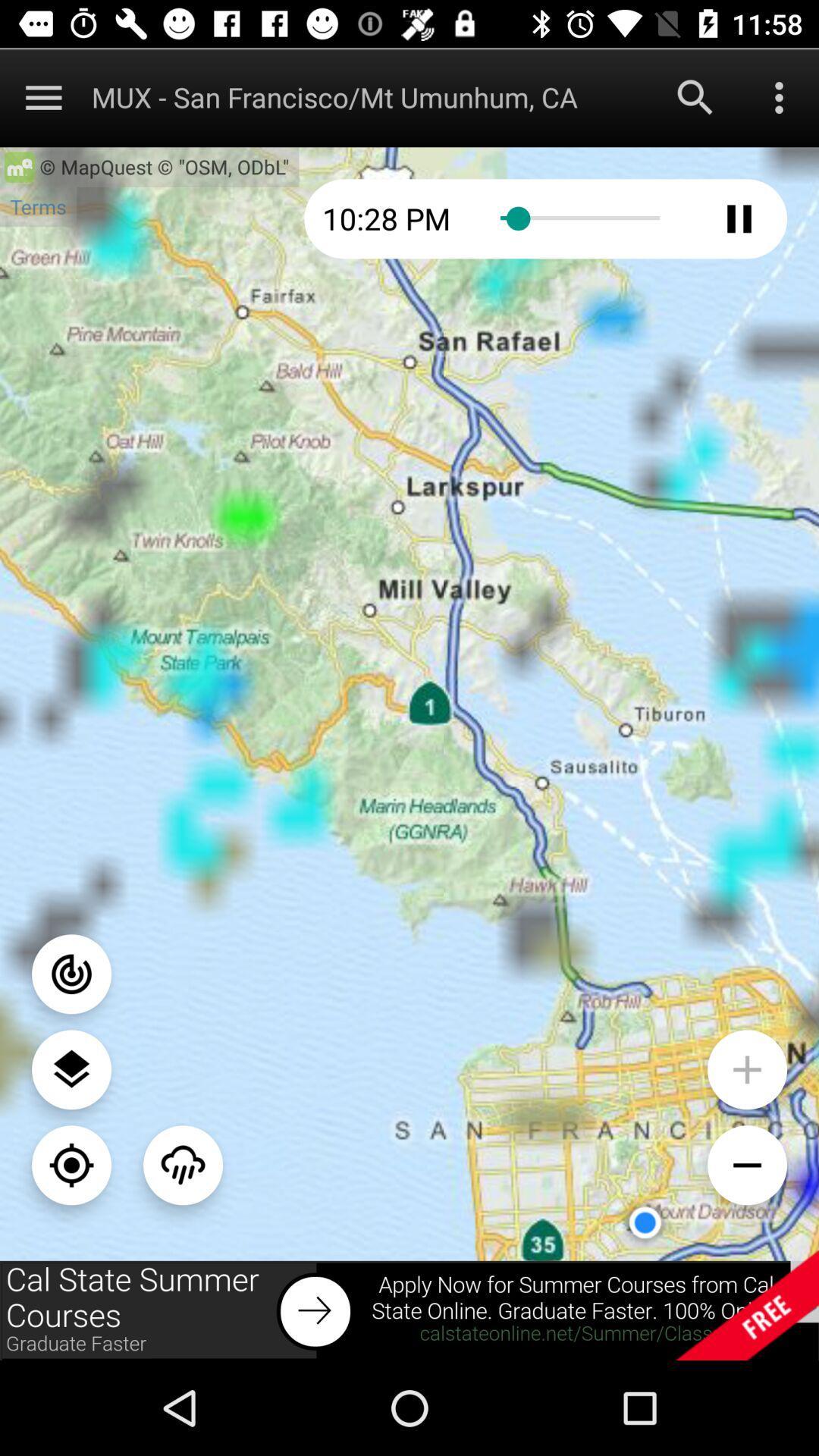 This screenshot has height=1456, width=819. I want to click on find on map, so click(71, 1164).